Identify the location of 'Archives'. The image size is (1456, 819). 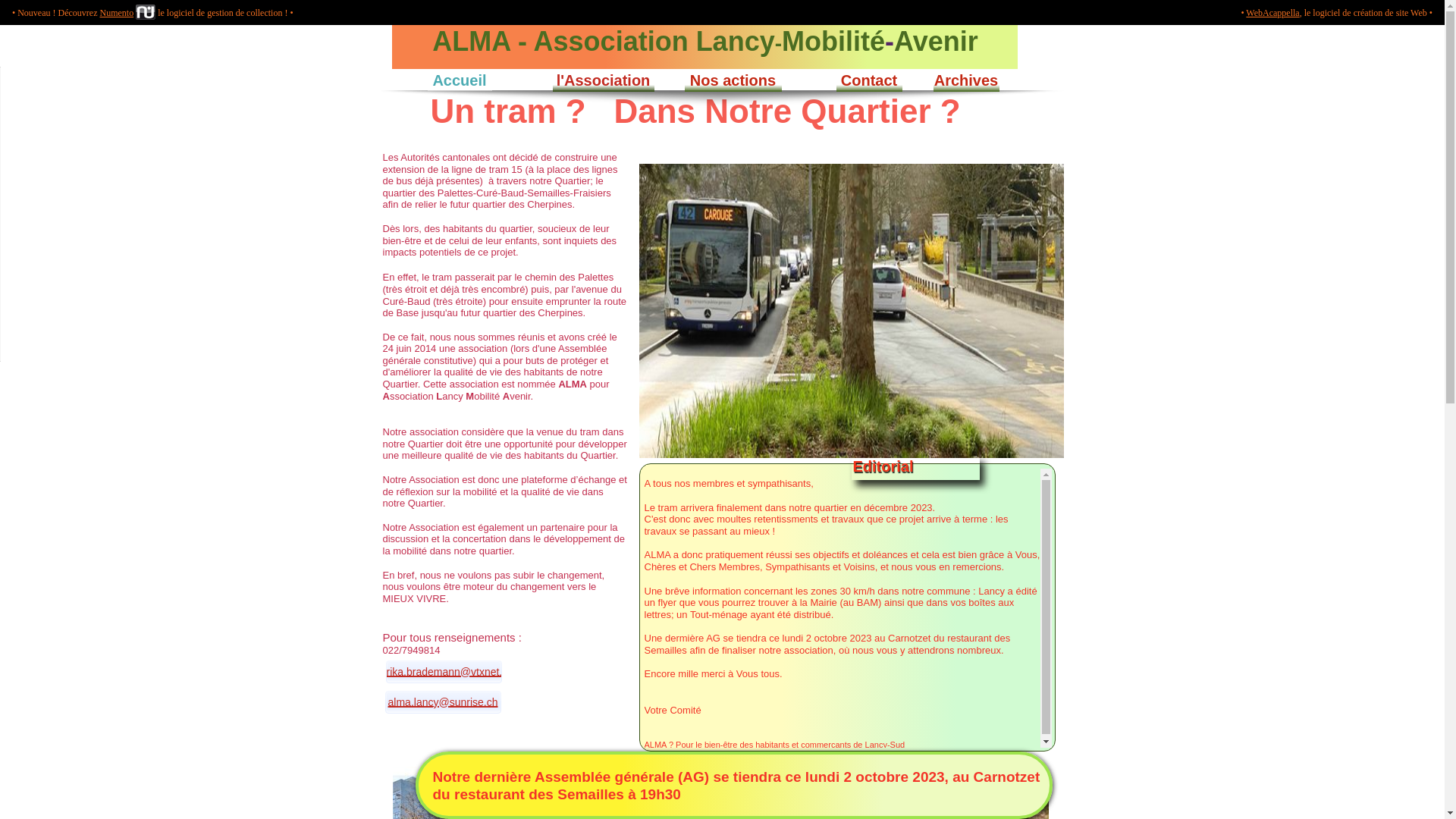
(965, 79).